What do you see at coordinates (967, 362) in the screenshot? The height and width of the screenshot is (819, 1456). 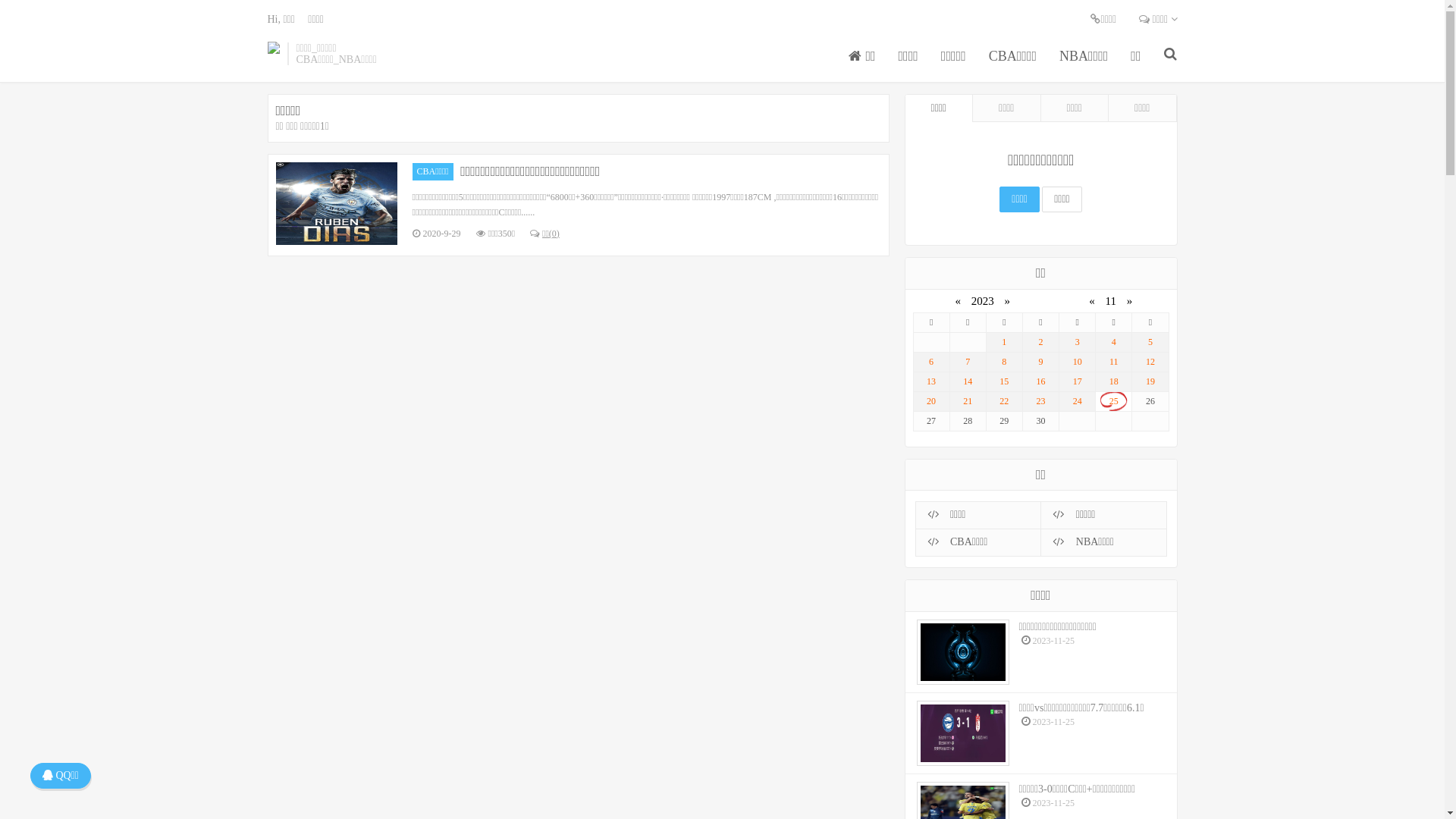 I see `'7'` at bounding box center [967, 362].